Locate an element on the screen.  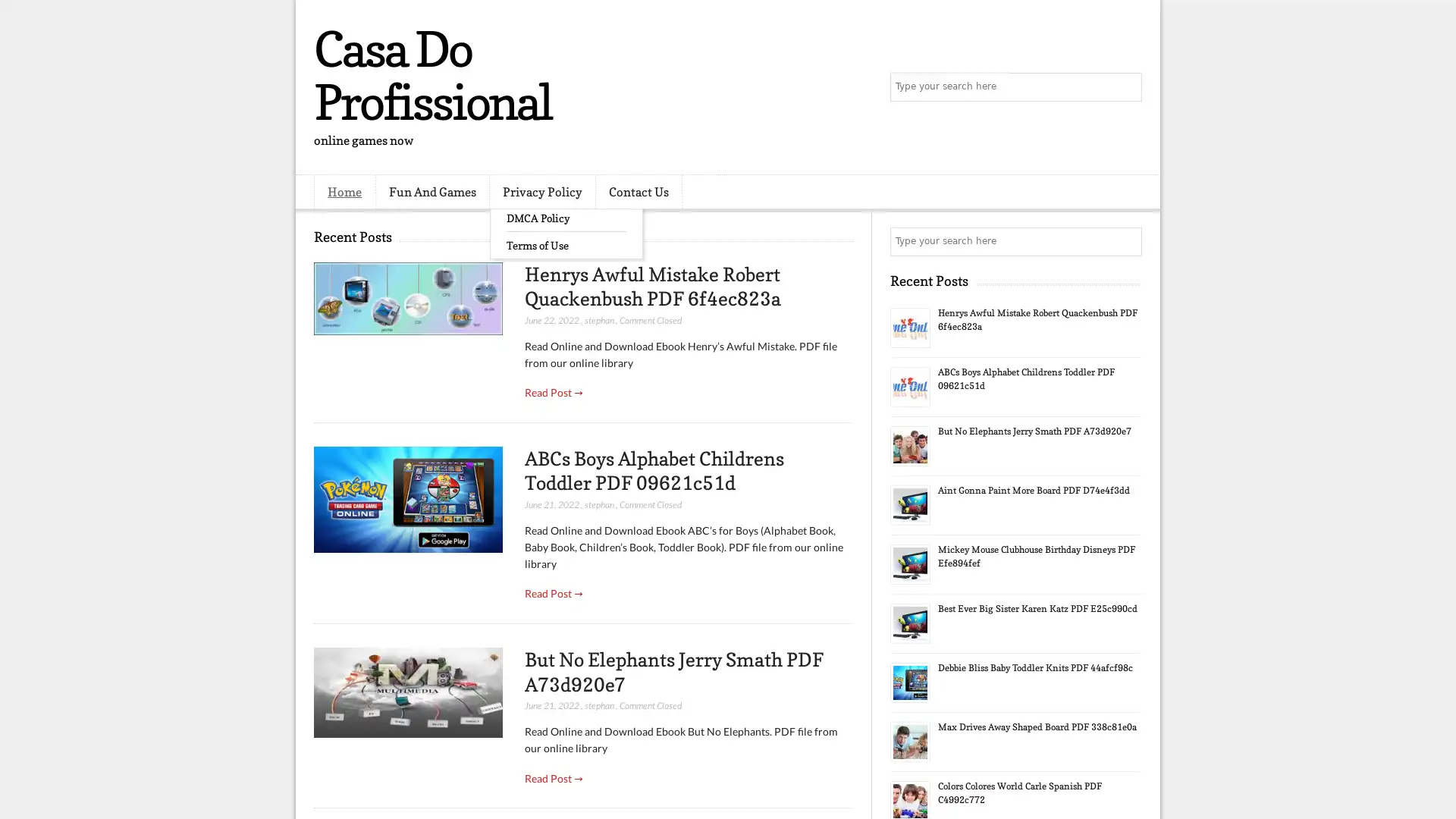
Search is located at coordinates (1126, 241).